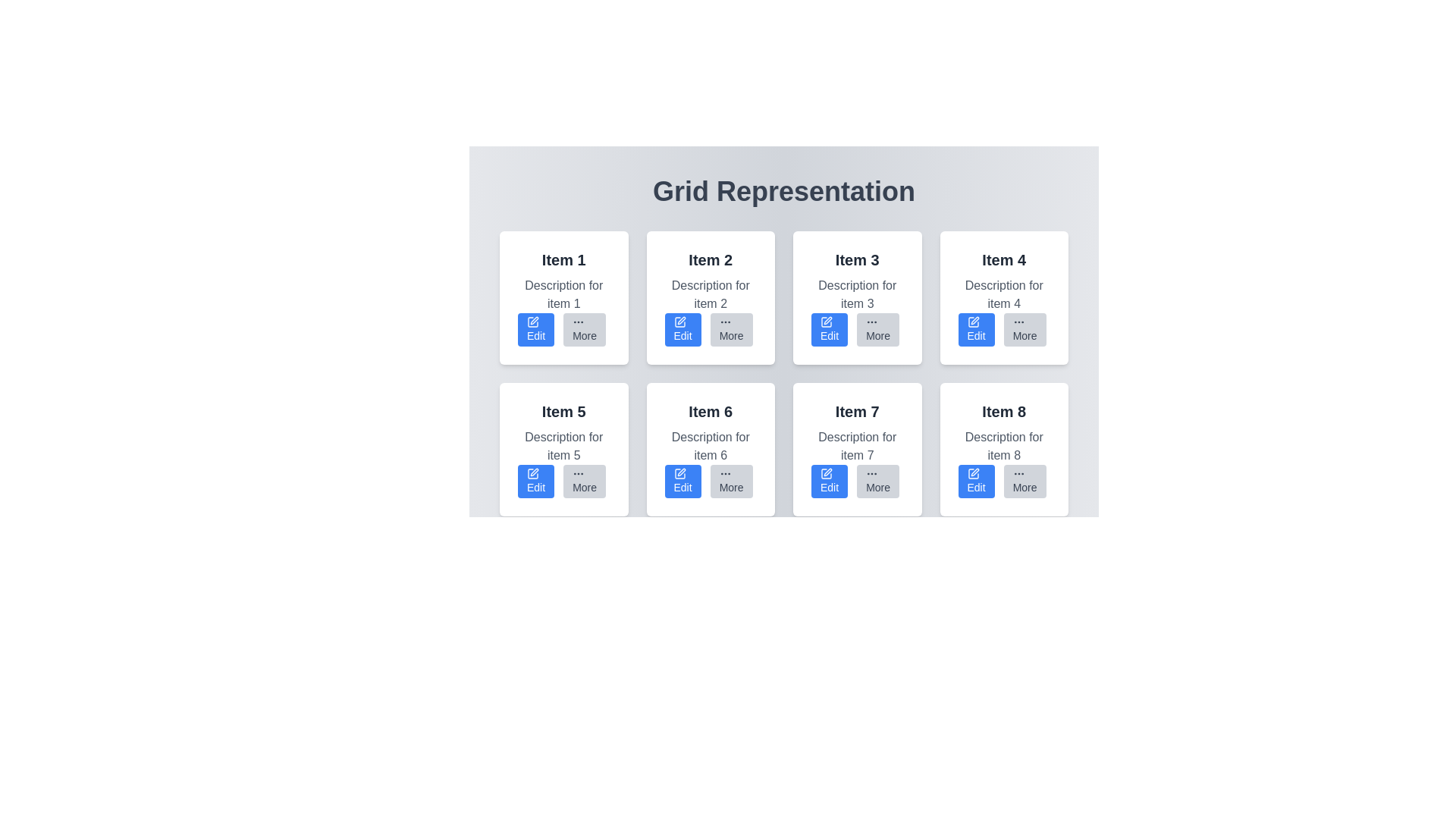 This screenshot has height=819, width=1456. What do you see at coordinates (536, 329) in the screenshot?
I see `the edit button located in the first card titled 'Item 1'` at bounding box center [536, 329].